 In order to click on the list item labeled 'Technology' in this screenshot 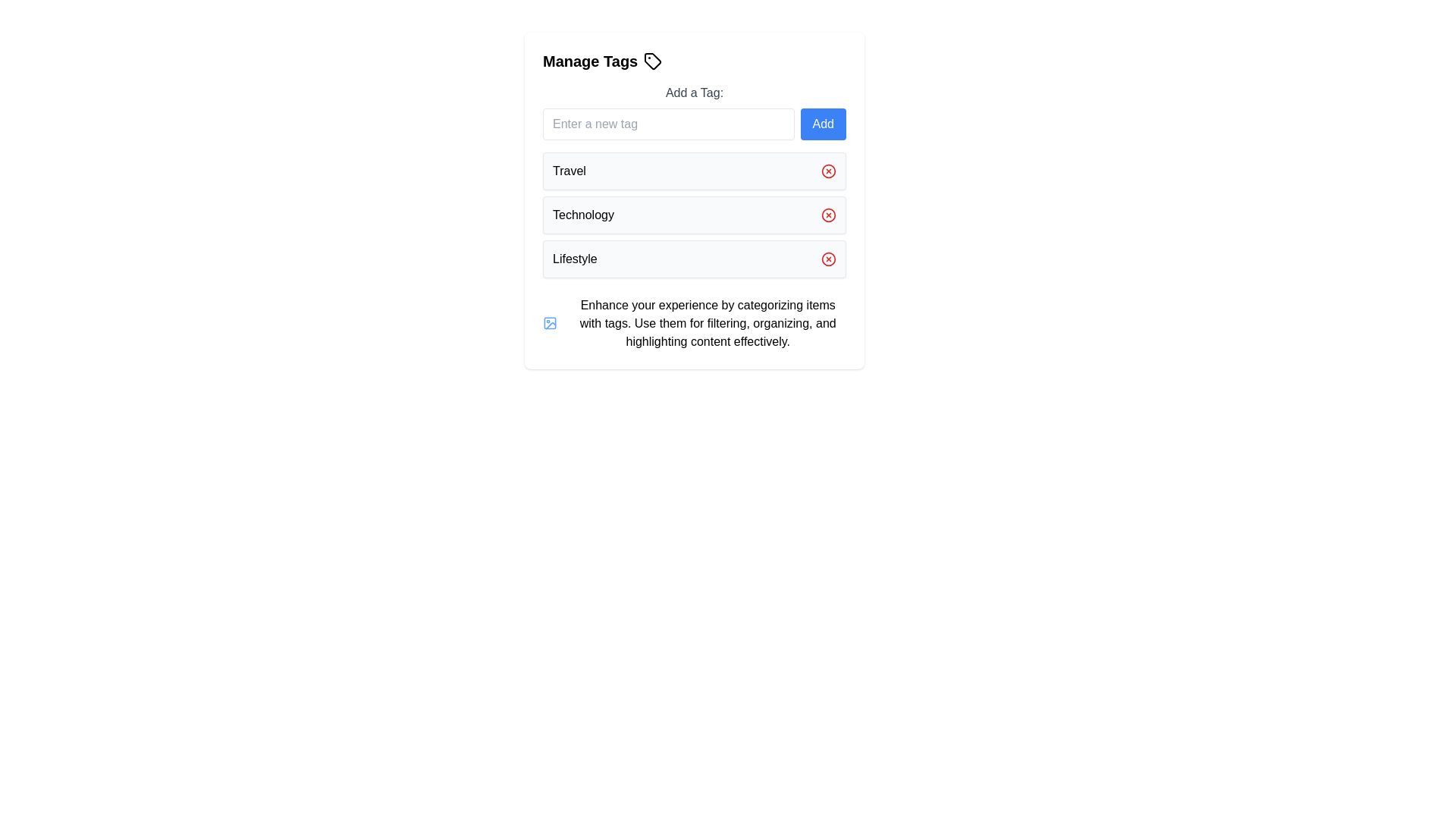, I will do `click(694, 215)`.